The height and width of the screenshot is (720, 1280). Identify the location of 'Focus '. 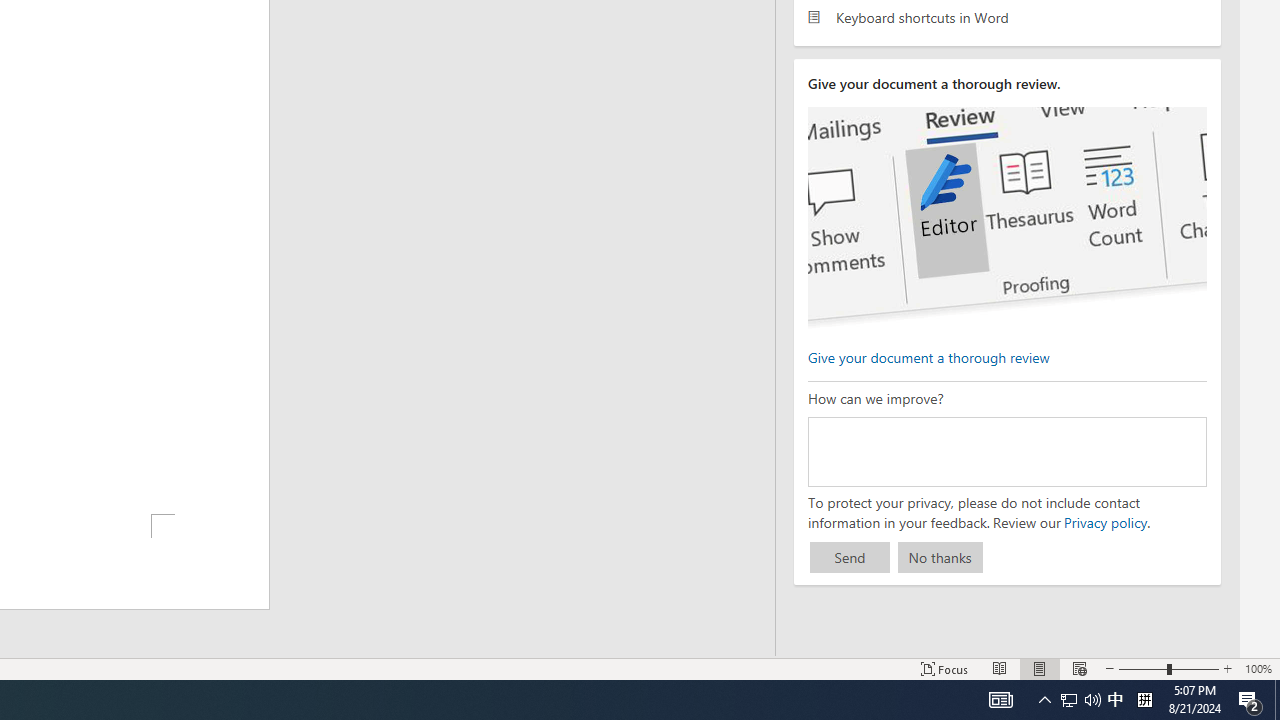
(943, 669).